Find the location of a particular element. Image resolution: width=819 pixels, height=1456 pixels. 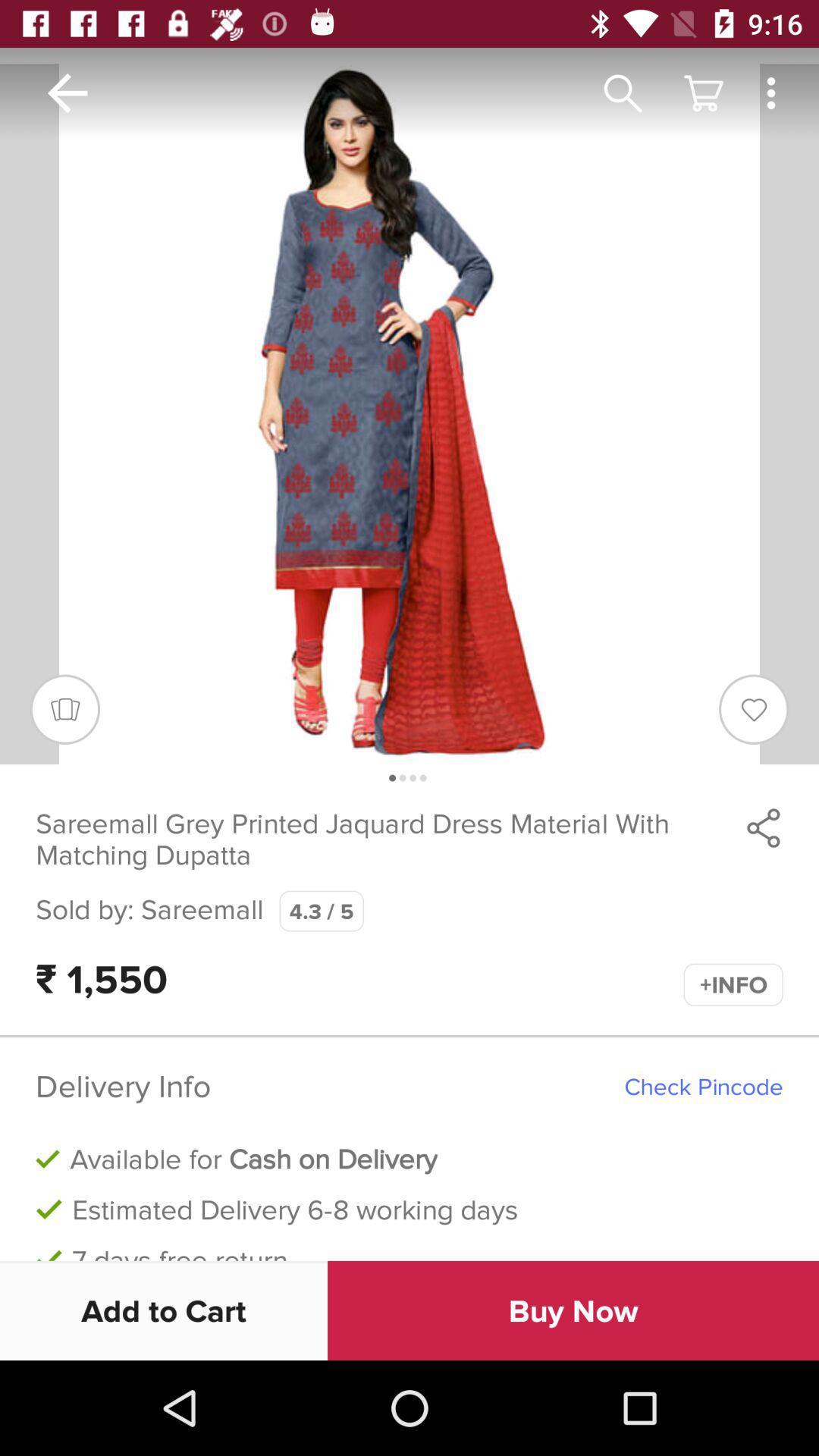

the favorite icon is located at coordinates (754, 708).